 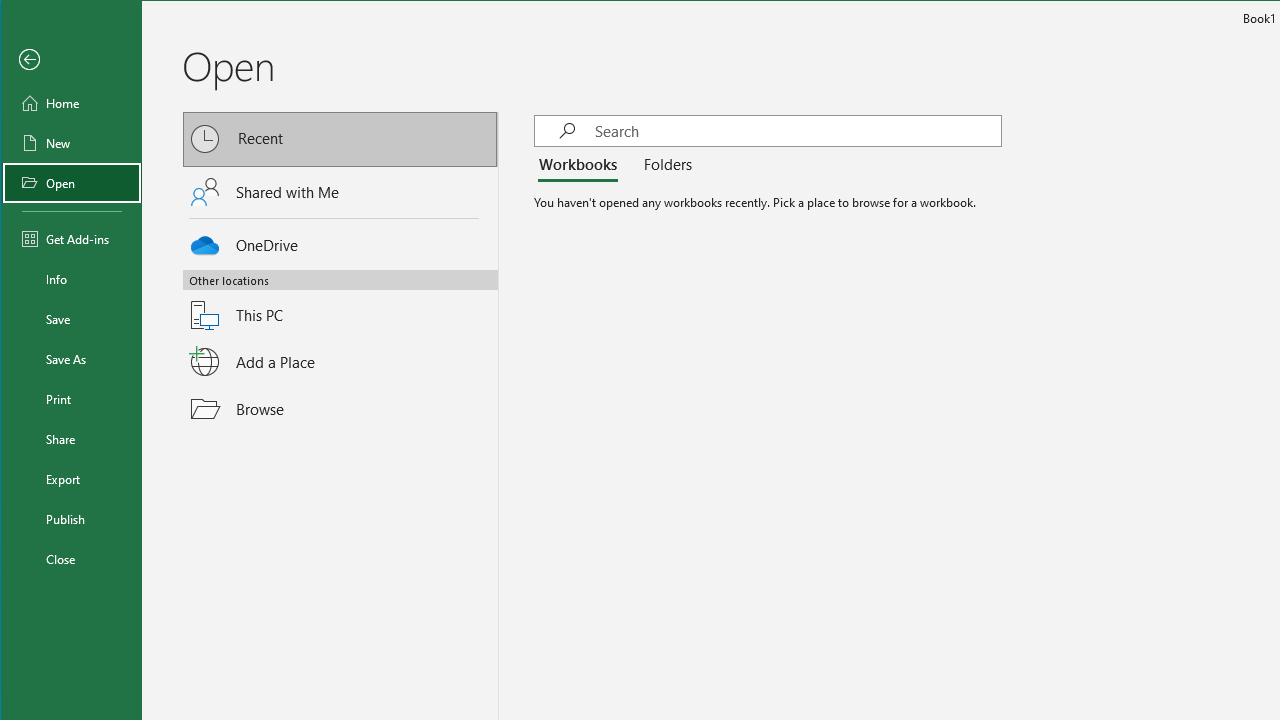 What do you see at coordinates (72, 279) in the screenshot?
I see `'Info'` at bounding box center [72, 279].